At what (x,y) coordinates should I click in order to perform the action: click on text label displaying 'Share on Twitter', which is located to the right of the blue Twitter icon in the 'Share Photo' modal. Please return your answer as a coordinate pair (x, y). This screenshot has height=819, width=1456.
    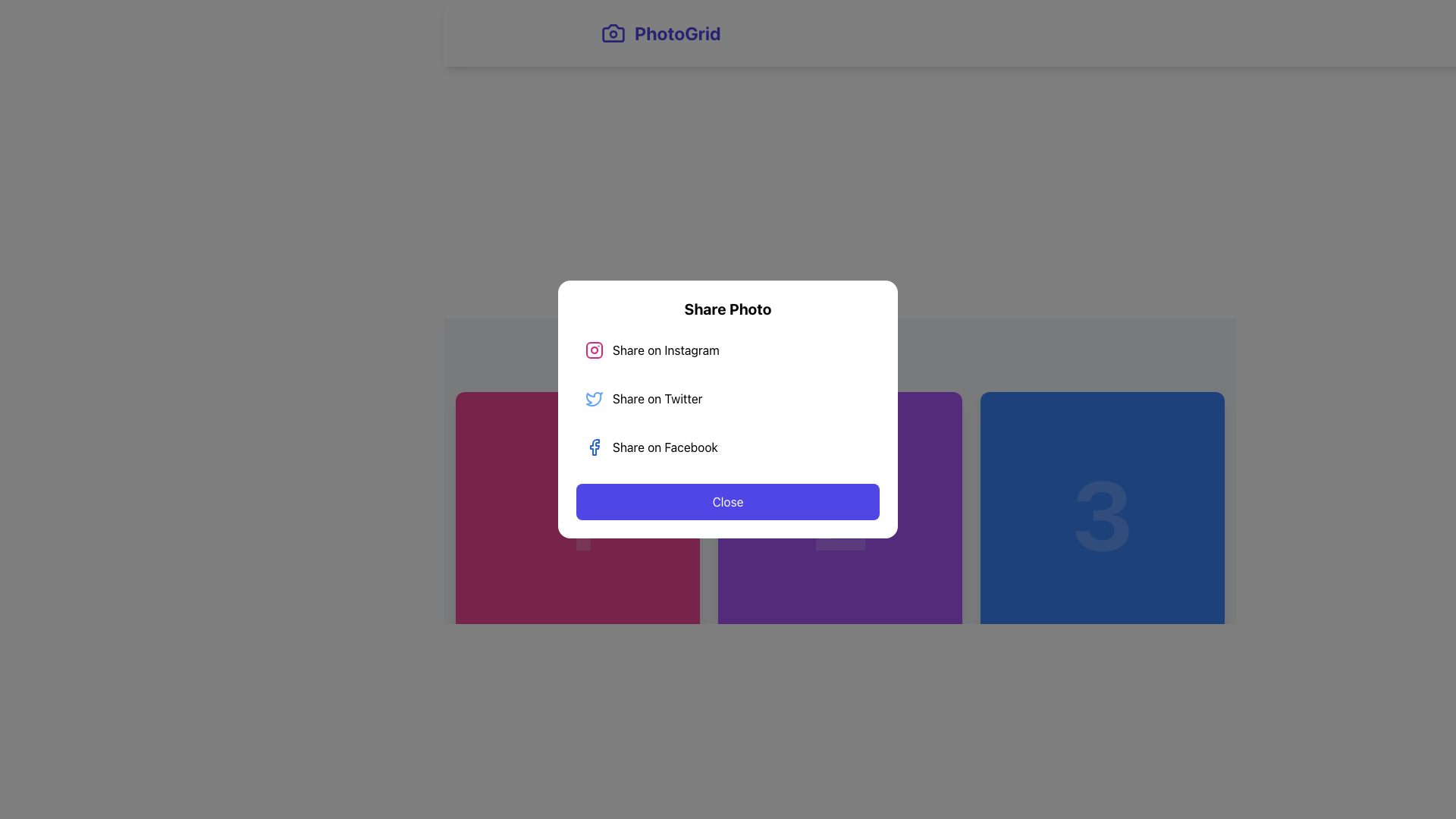
    Looking at the image, I should click on (657, 397).